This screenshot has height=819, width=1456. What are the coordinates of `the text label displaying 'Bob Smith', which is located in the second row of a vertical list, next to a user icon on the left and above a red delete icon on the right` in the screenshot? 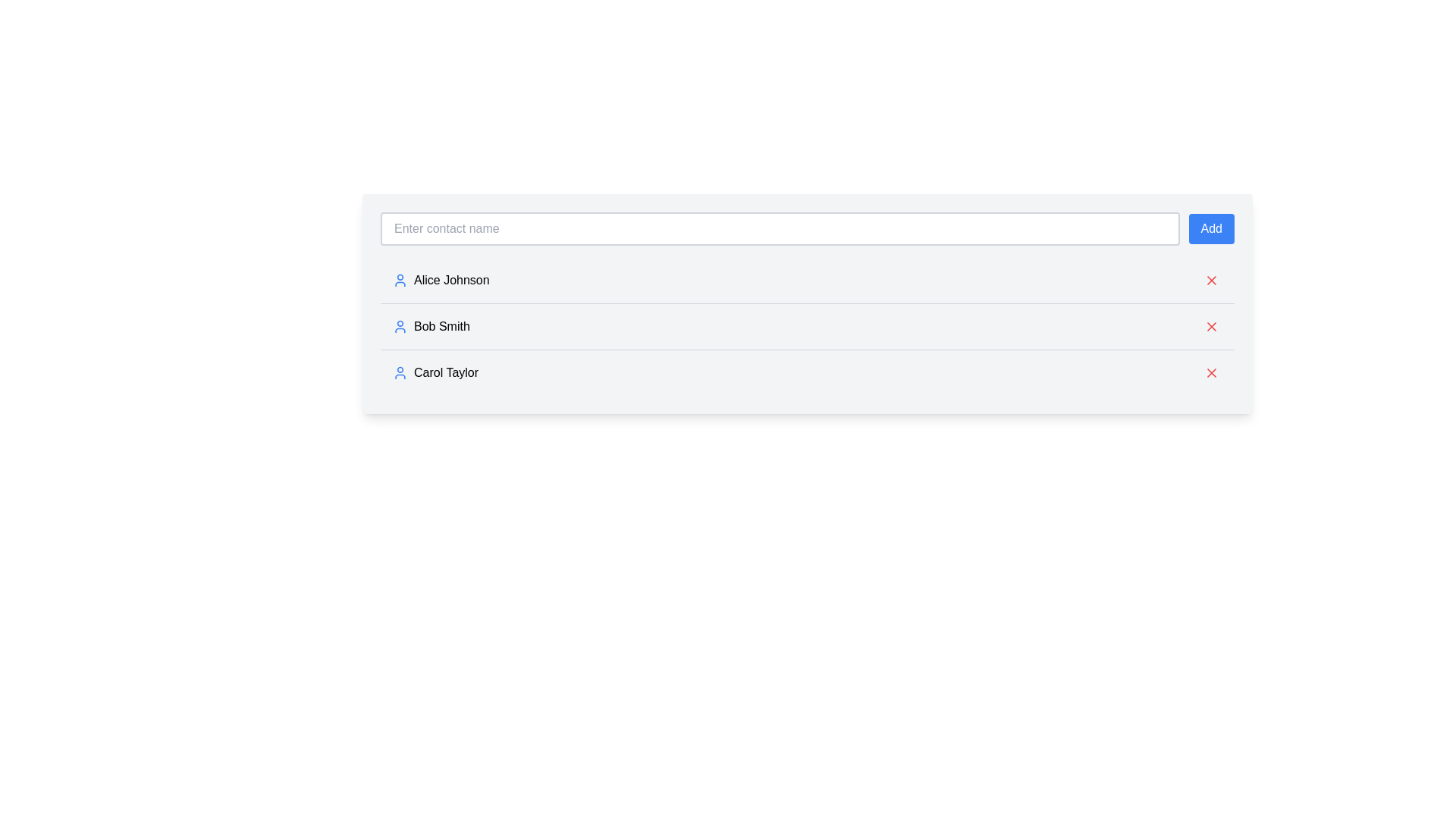 It's located at (441, 326).